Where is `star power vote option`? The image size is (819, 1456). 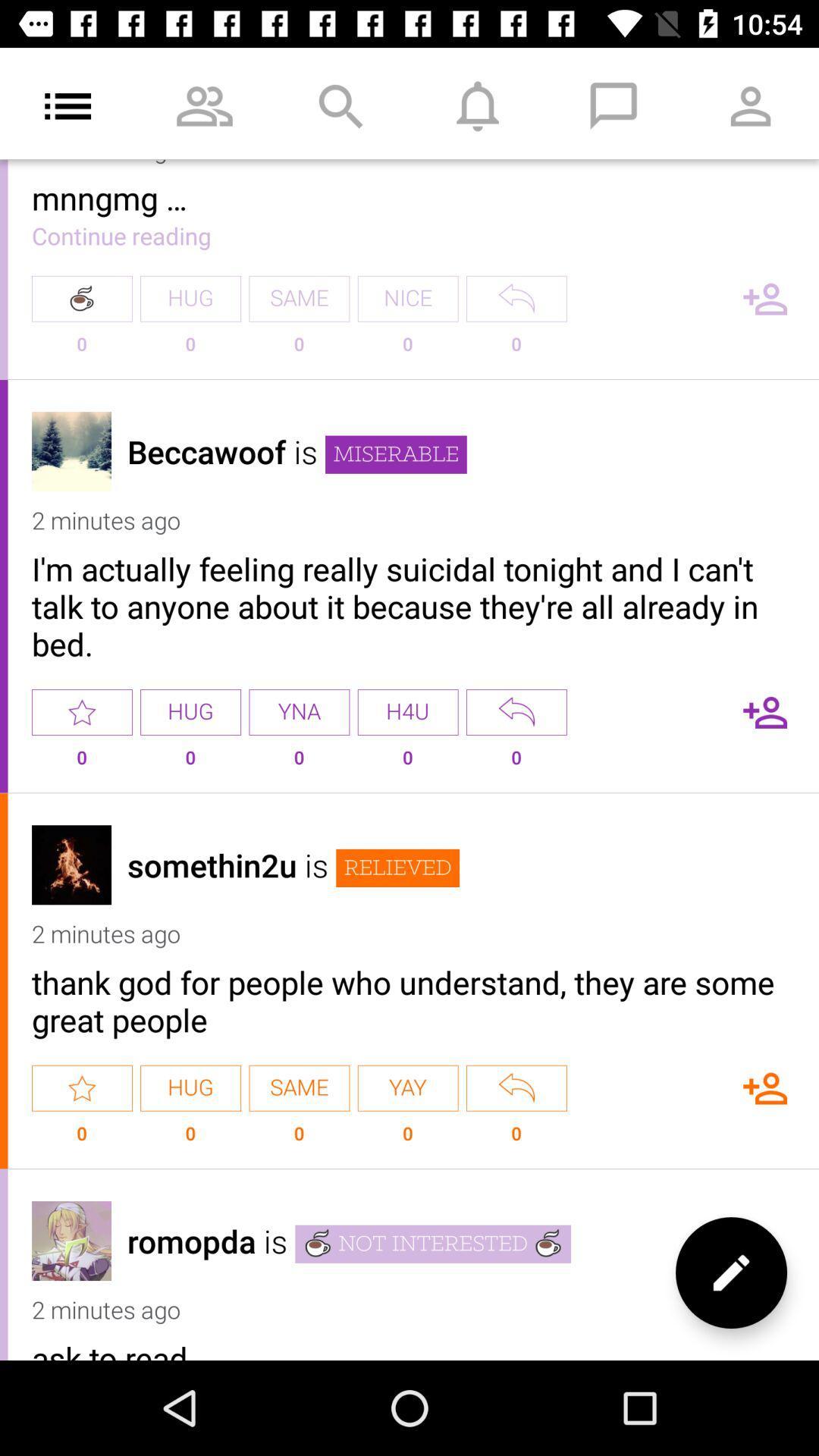 star power vote option is located at coordinates (82, 1087).